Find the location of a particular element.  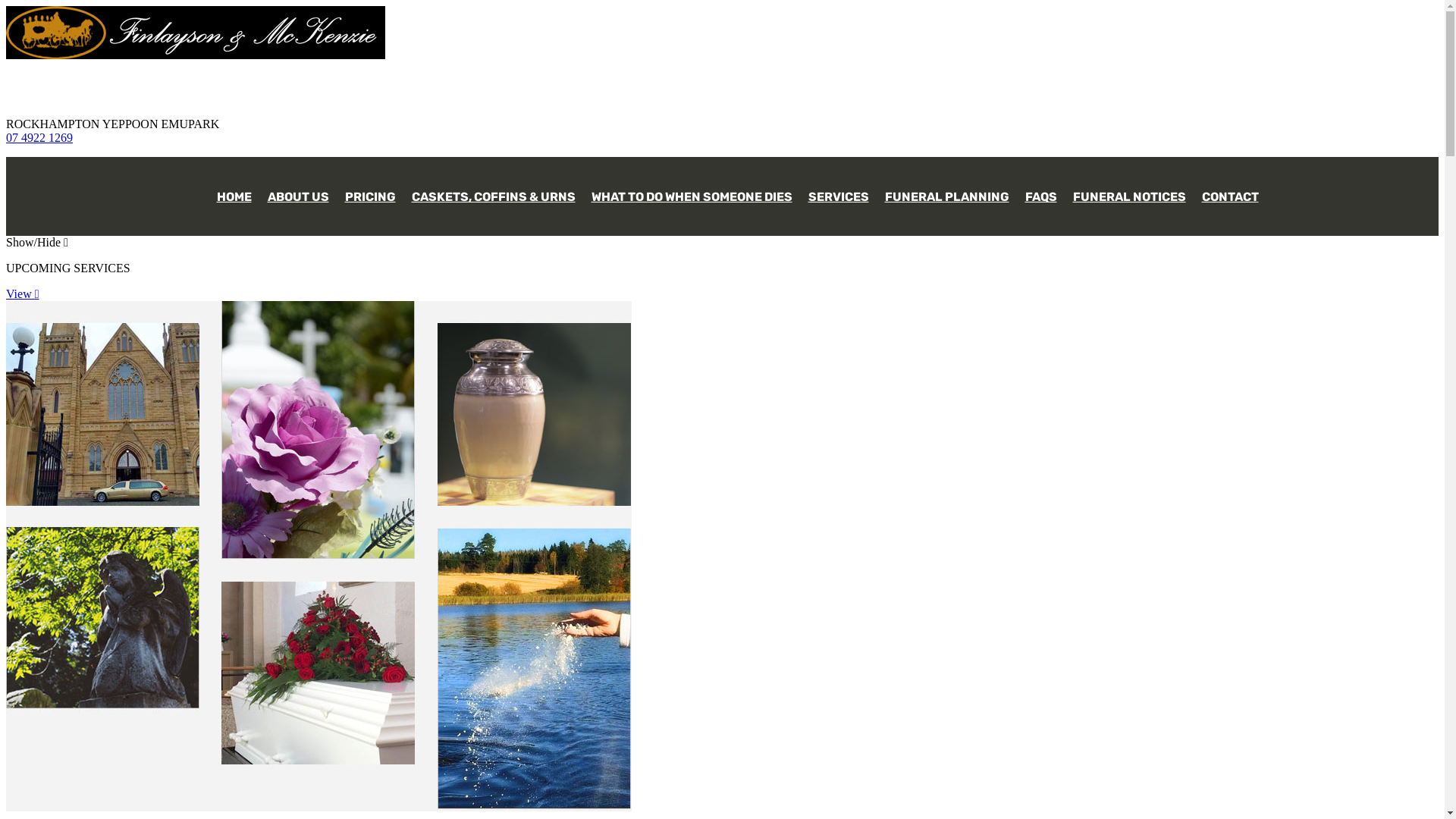

'07 4922 1269' is located at coordinates (39, 137).